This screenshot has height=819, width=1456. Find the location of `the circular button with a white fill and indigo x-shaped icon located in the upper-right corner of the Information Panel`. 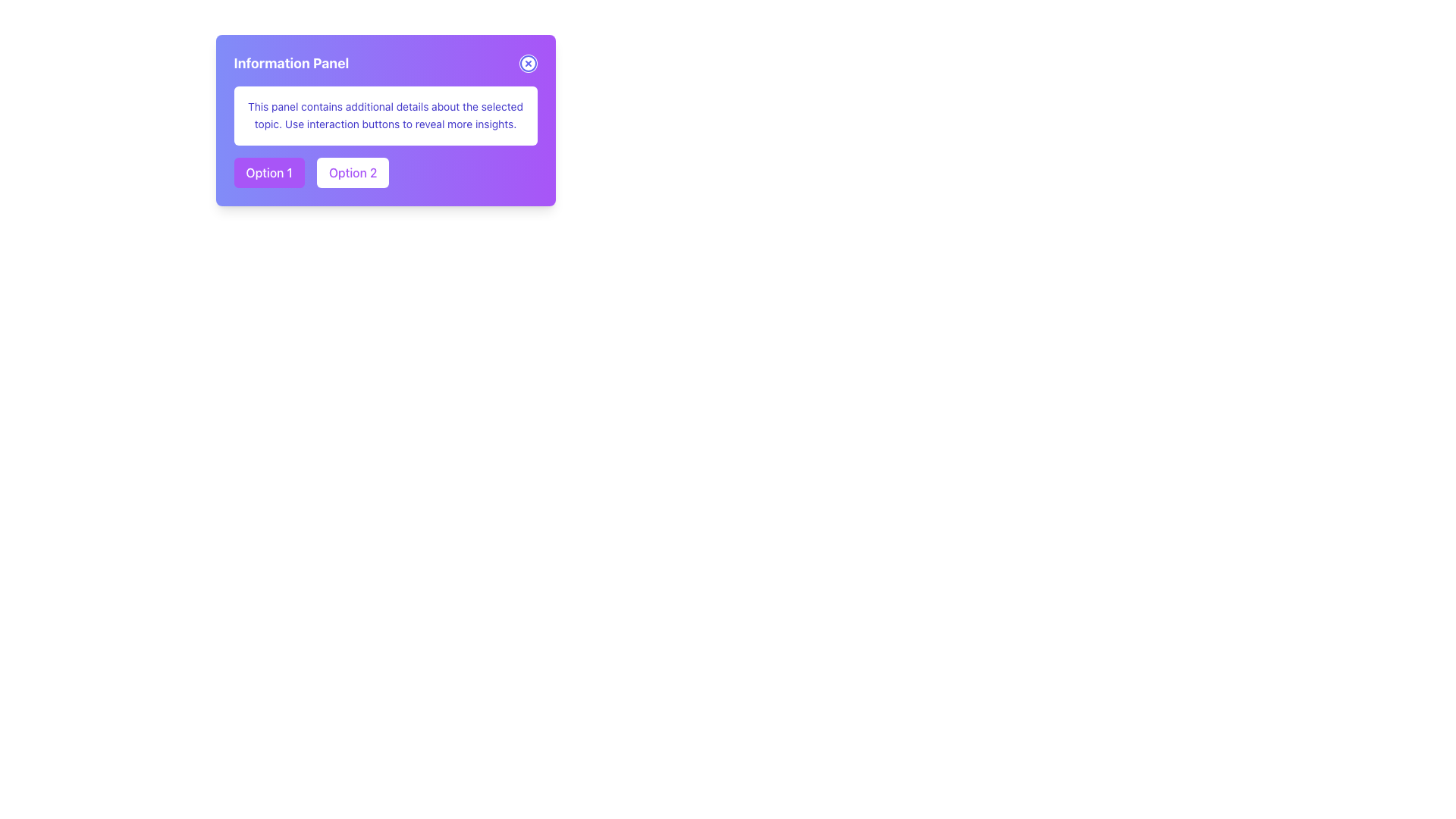

the circular button with a white fill and indigo x-shaped icon located in the upper-right corner of the Information Panel is located at coordinates (528, 63).